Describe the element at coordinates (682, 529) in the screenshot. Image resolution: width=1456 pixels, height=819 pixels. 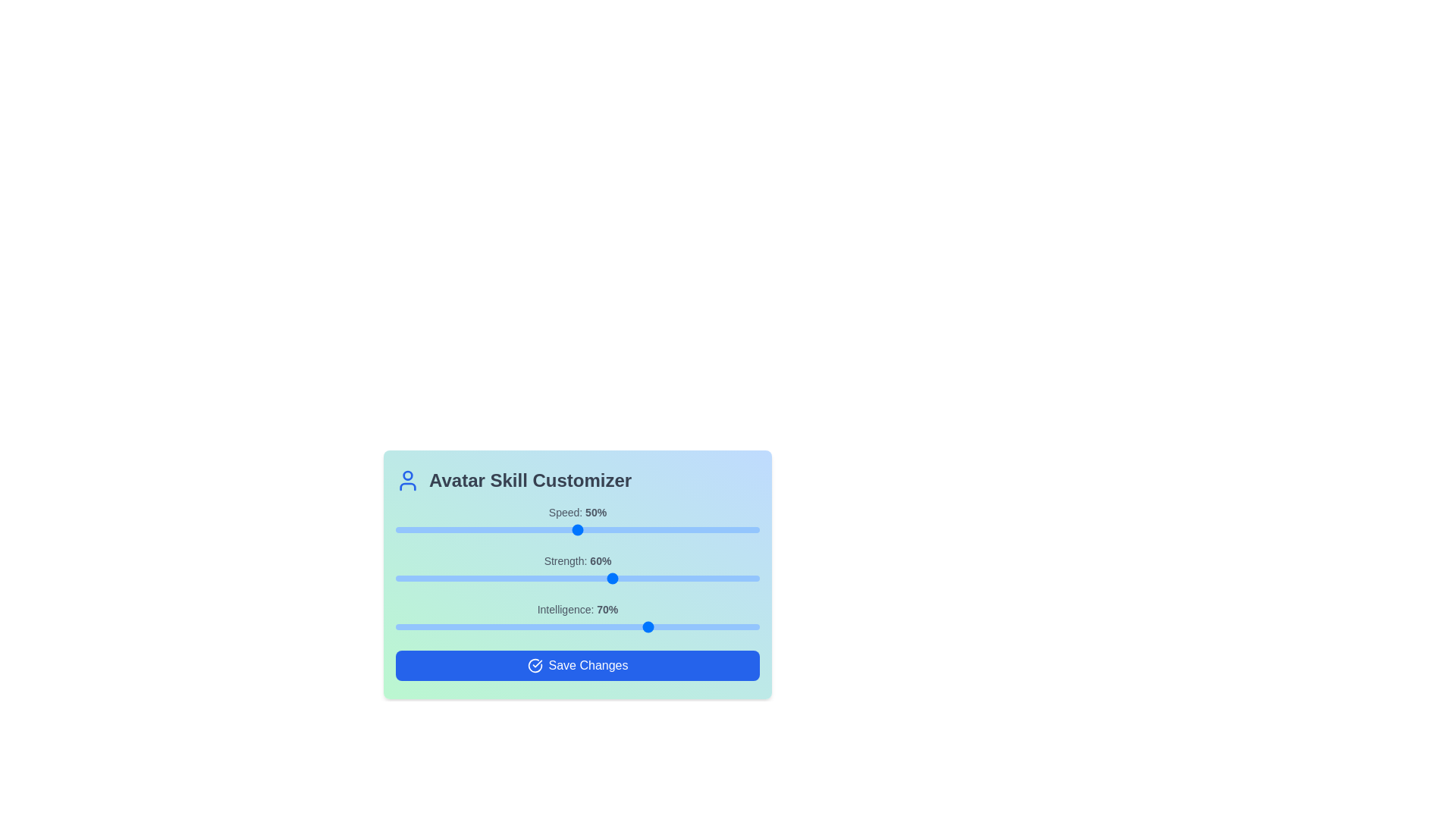
I see `the speed` at that location.